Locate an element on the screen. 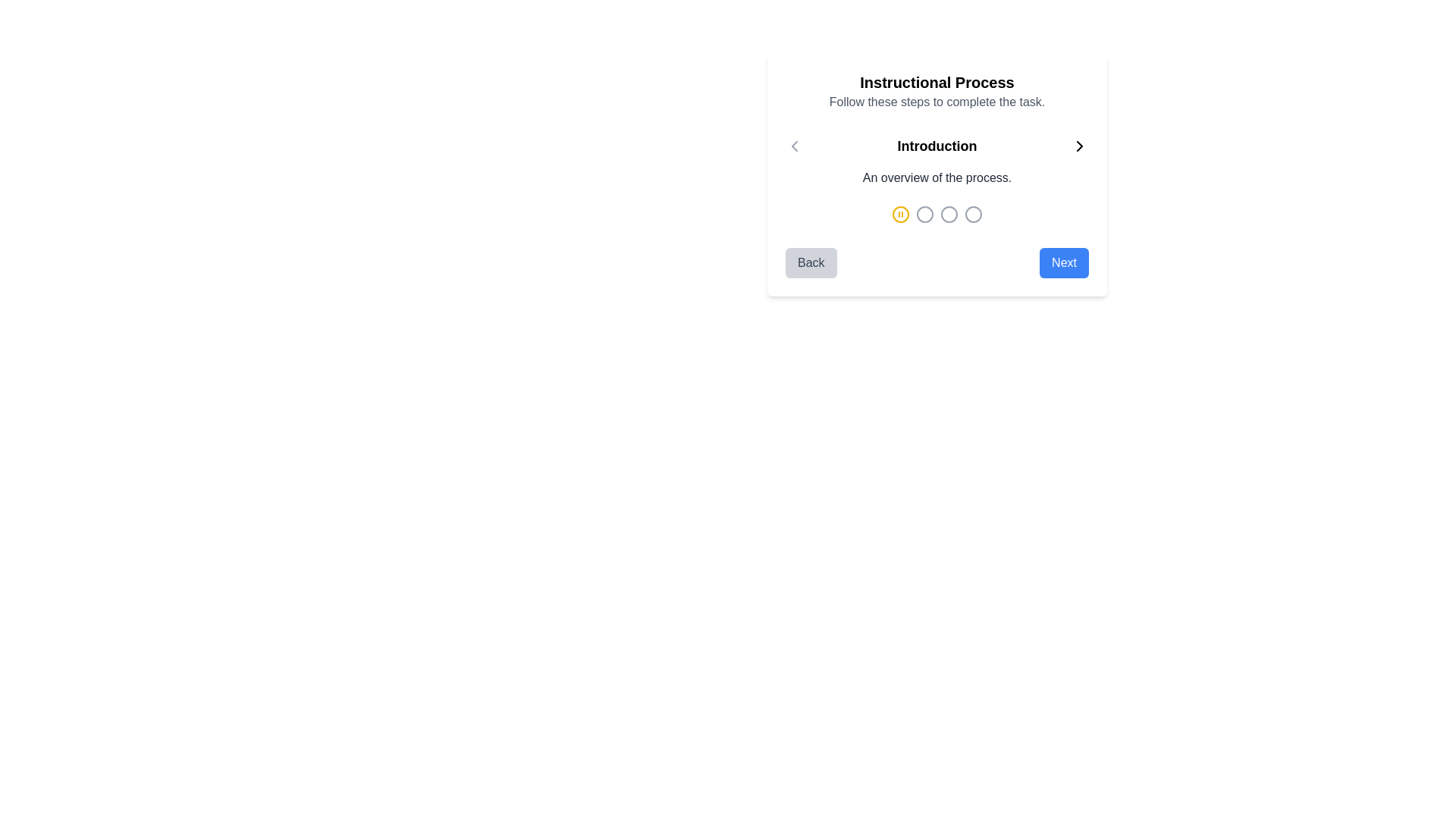  the chevron icon located at the top-right of the modal, adjacent to the 'Introduction' text is located at coordinates (1079, 146).